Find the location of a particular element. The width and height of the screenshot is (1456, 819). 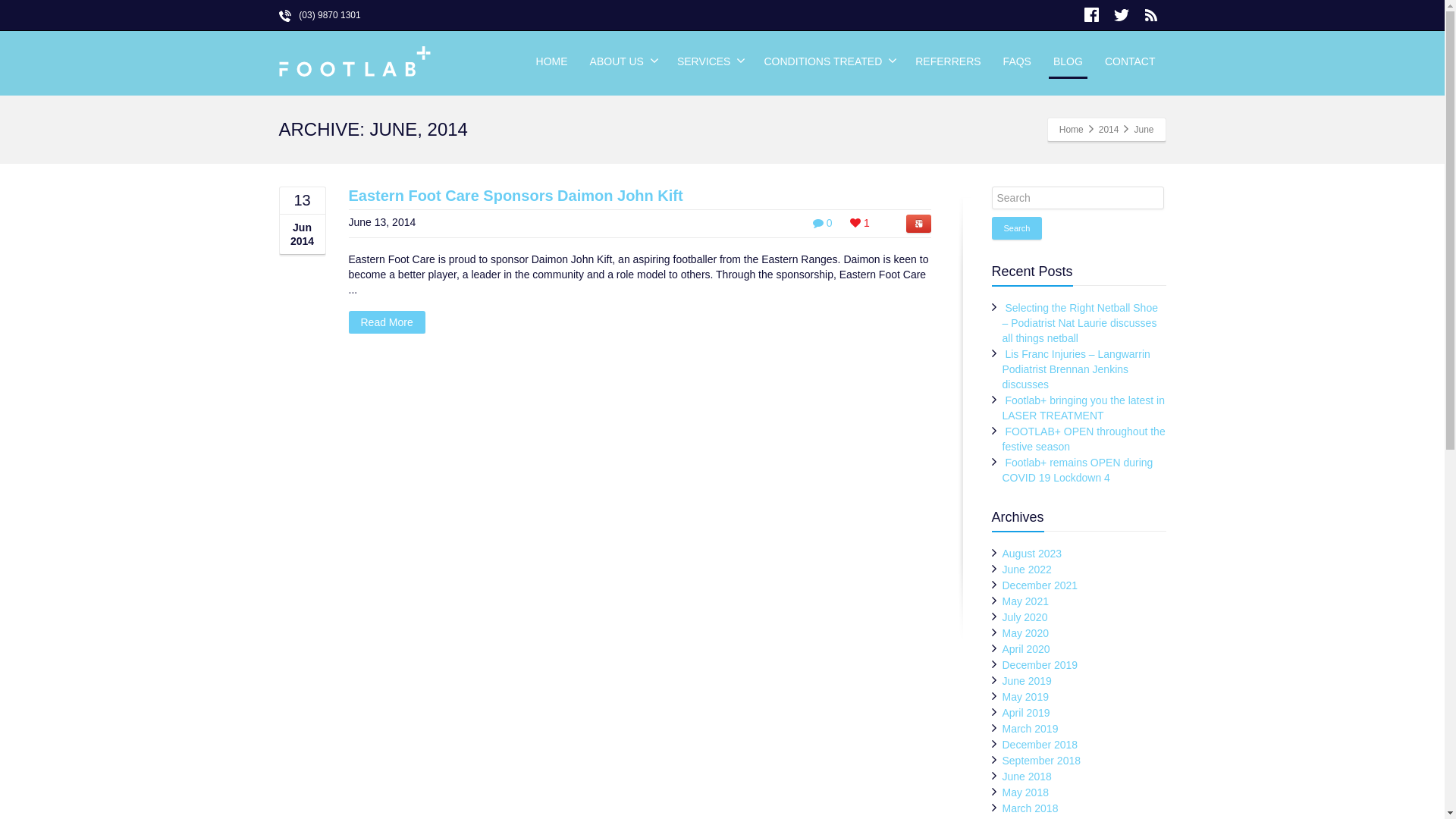

'FAQS' is located at coordinates (993, 61).